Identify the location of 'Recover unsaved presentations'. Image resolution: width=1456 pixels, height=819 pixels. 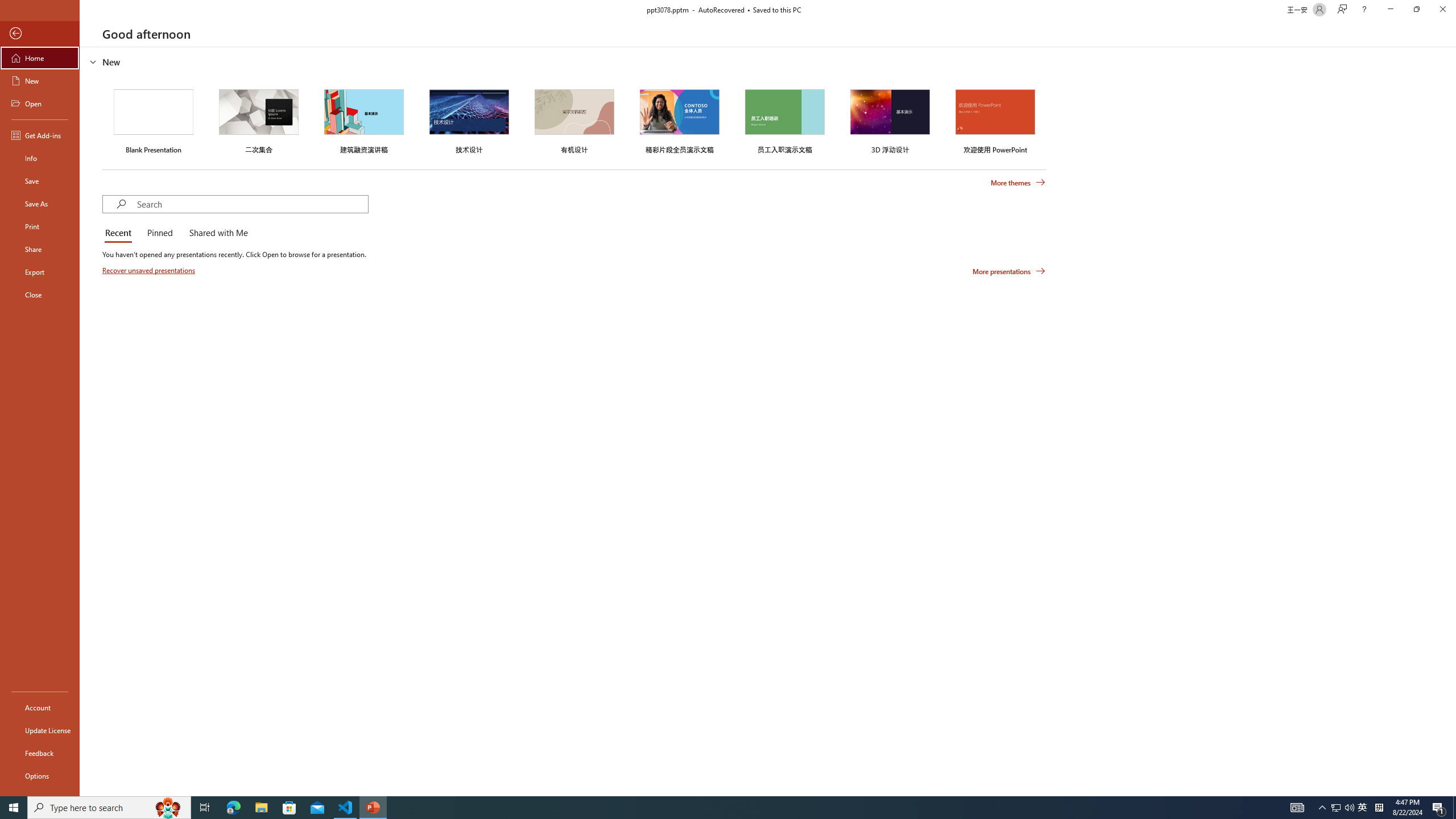
(149, 270).